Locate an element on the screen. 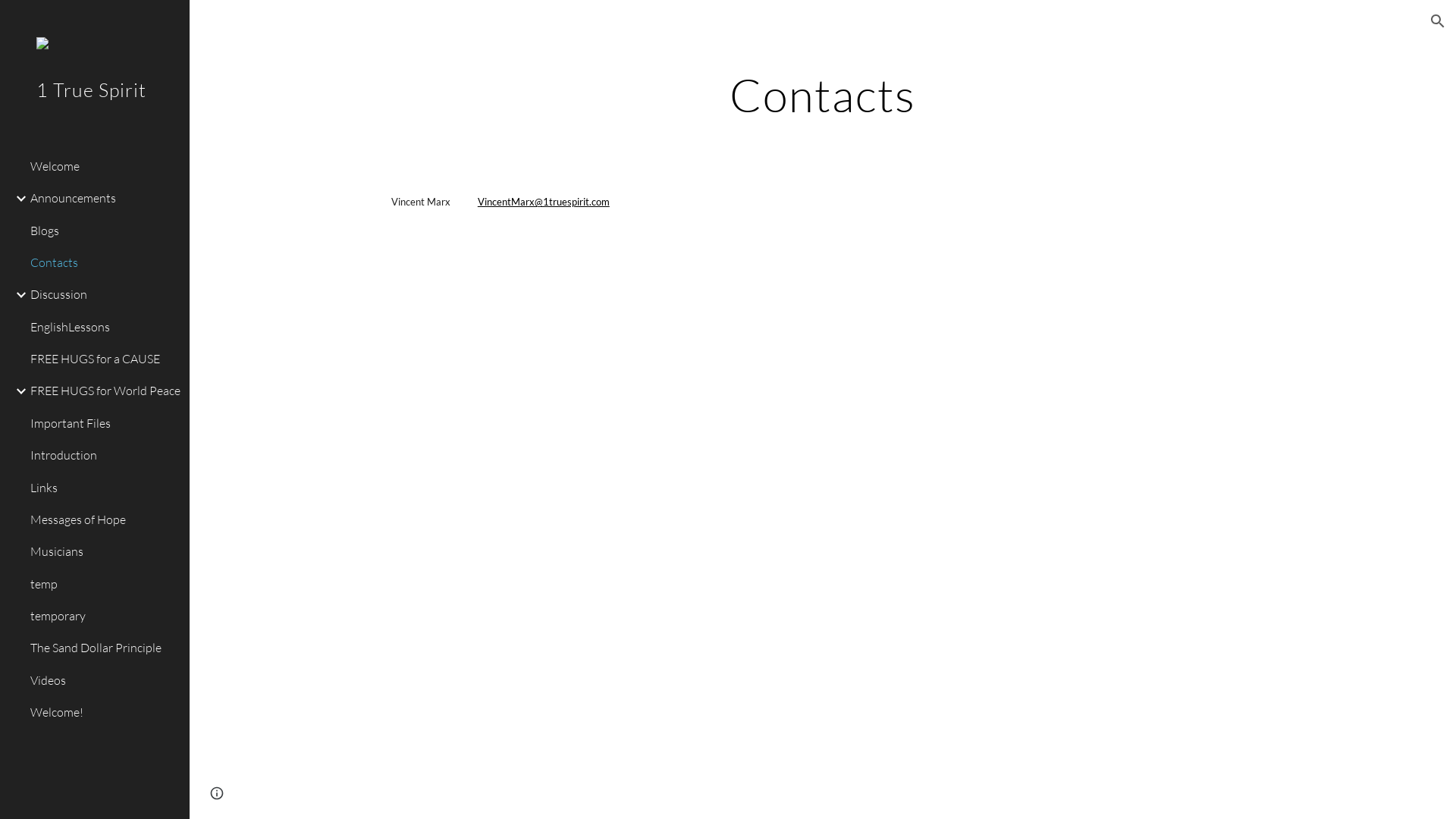  'Contacts' is located at coordinates (27, 262).